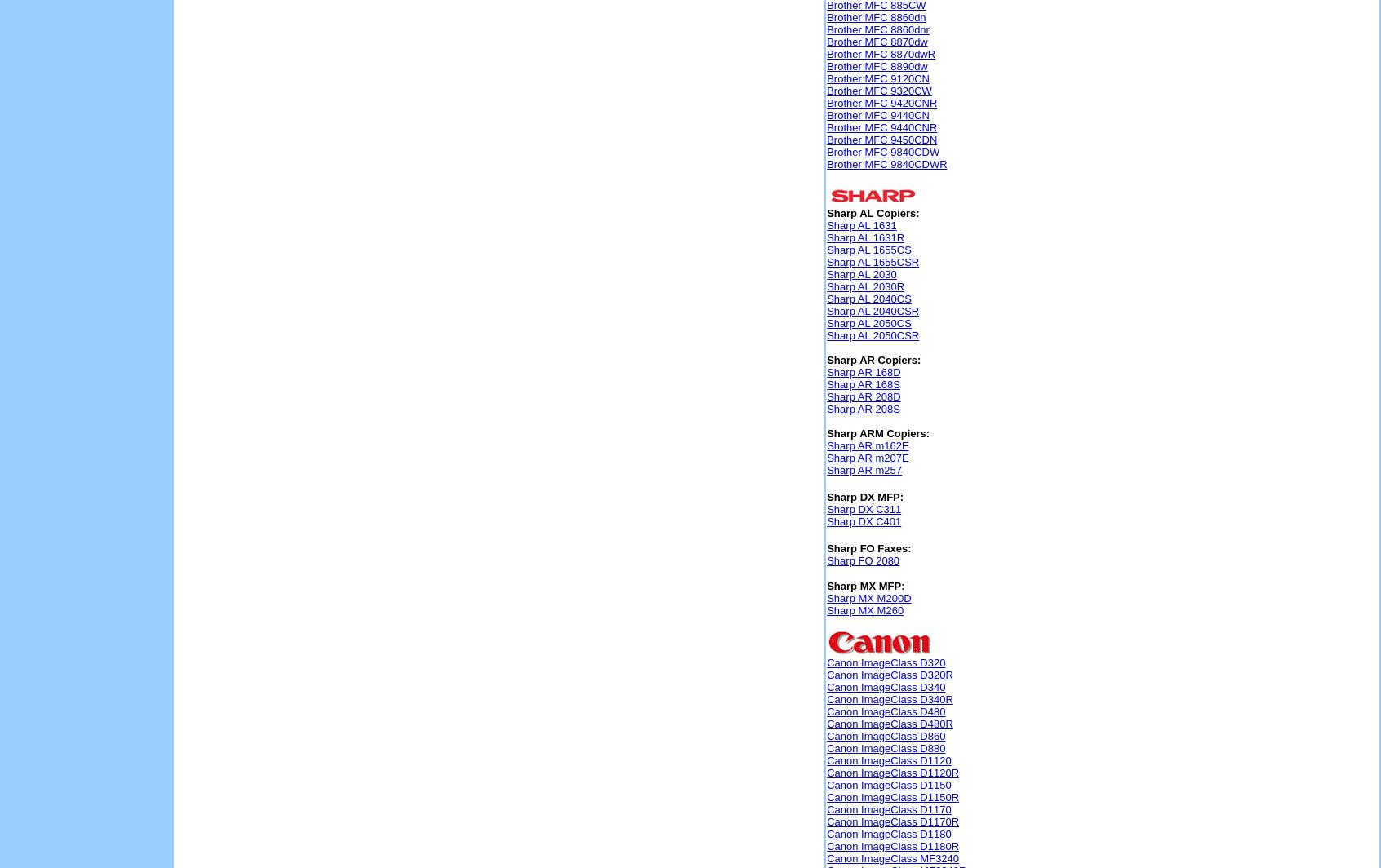 Image resolution: width=1381 pixels, height=868 pixels. Describe the element at coordinates (860, 274) in the screenshot. I see `'Sharp AL 2030'` at that location.